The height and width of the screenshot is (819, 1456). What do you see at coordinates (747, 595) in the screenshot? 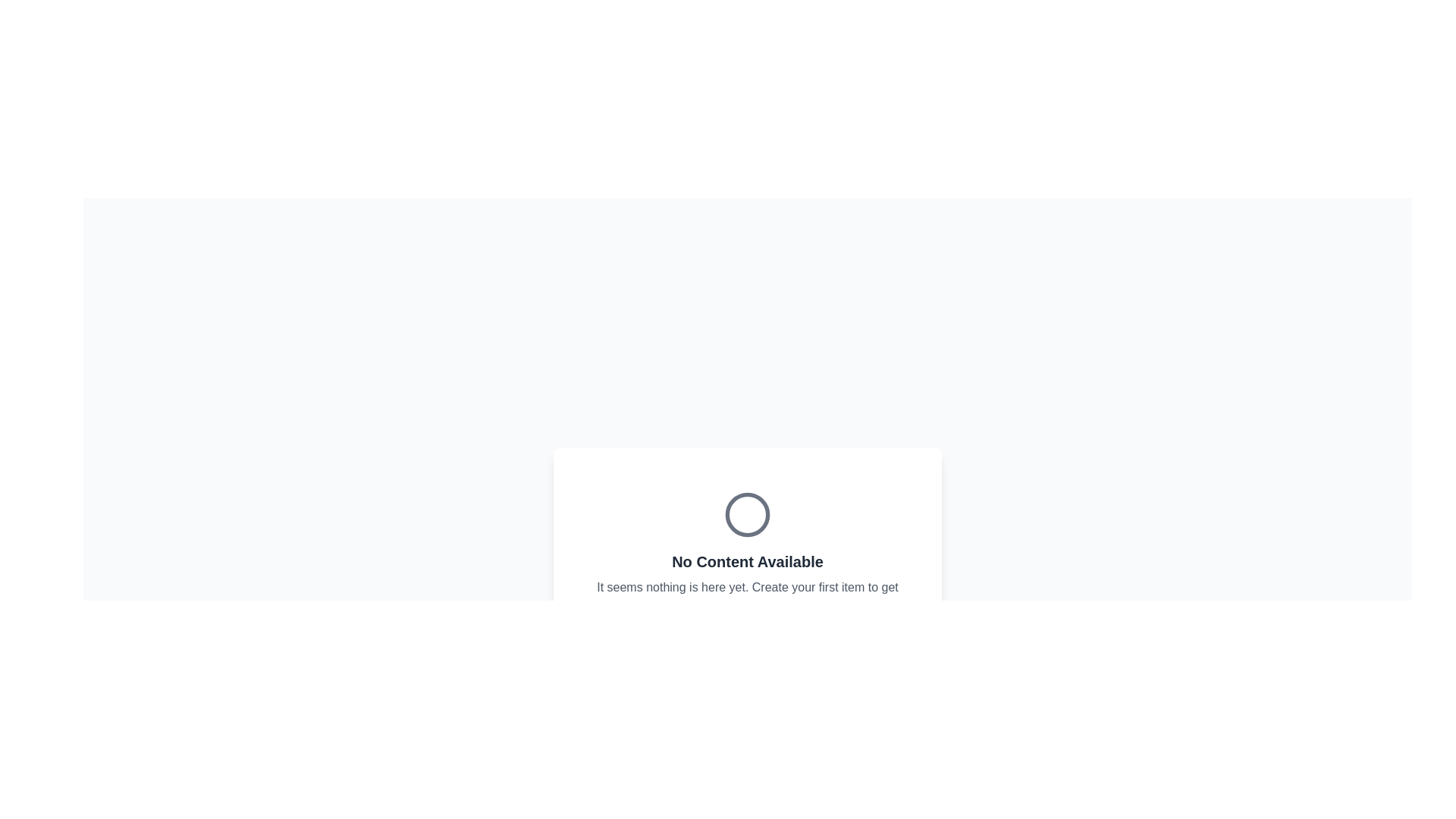
I see `the static text element that reads 'It seems nothing is here yet. Create your first item to get started!', which is styled in gray and positioned below the text 'No Content Available'` at bounding box center [747, 595].